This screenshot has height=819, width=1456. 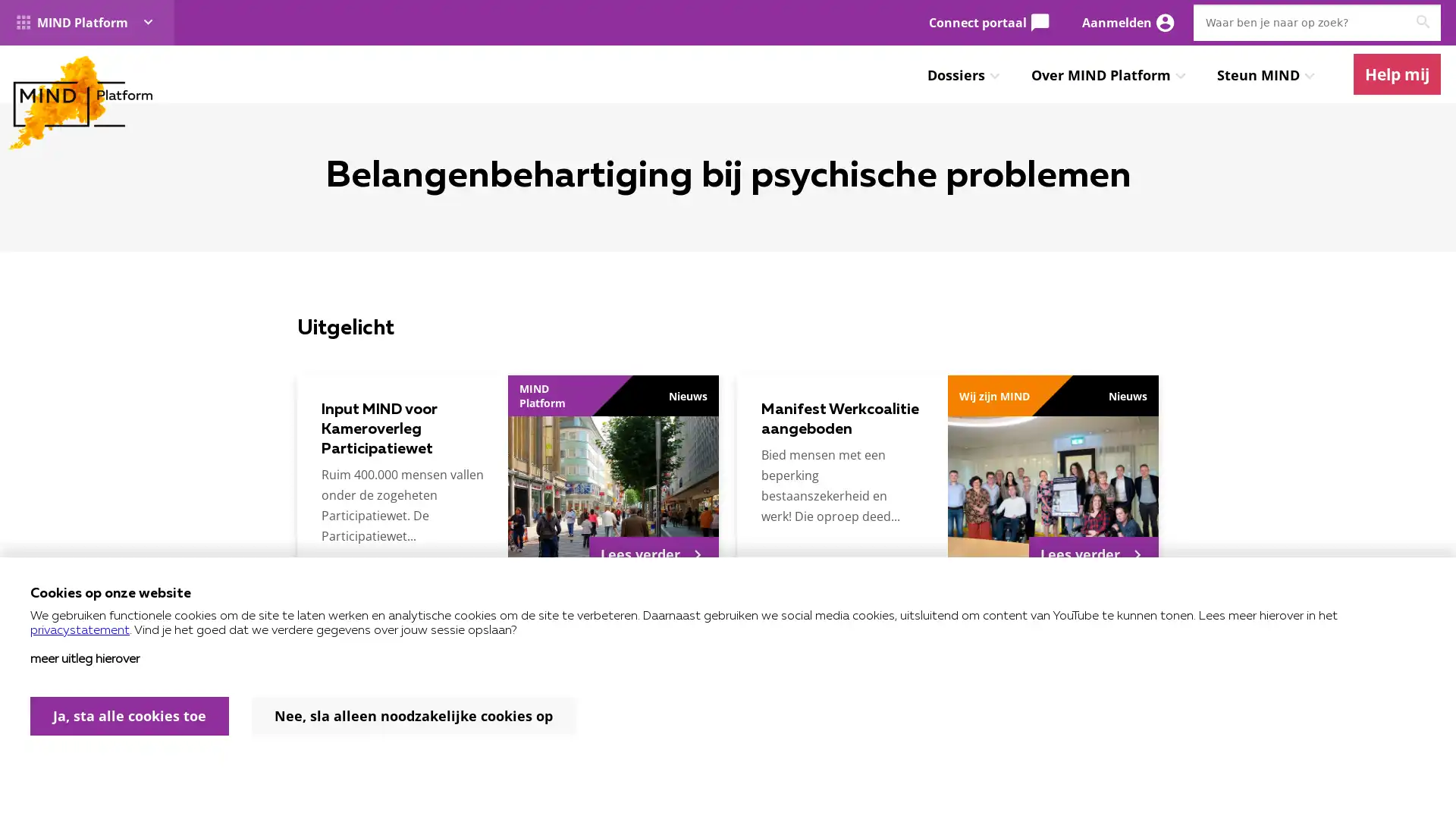 I want to click on Ja, sta alle cookies toe, so click(x=130, y=716).